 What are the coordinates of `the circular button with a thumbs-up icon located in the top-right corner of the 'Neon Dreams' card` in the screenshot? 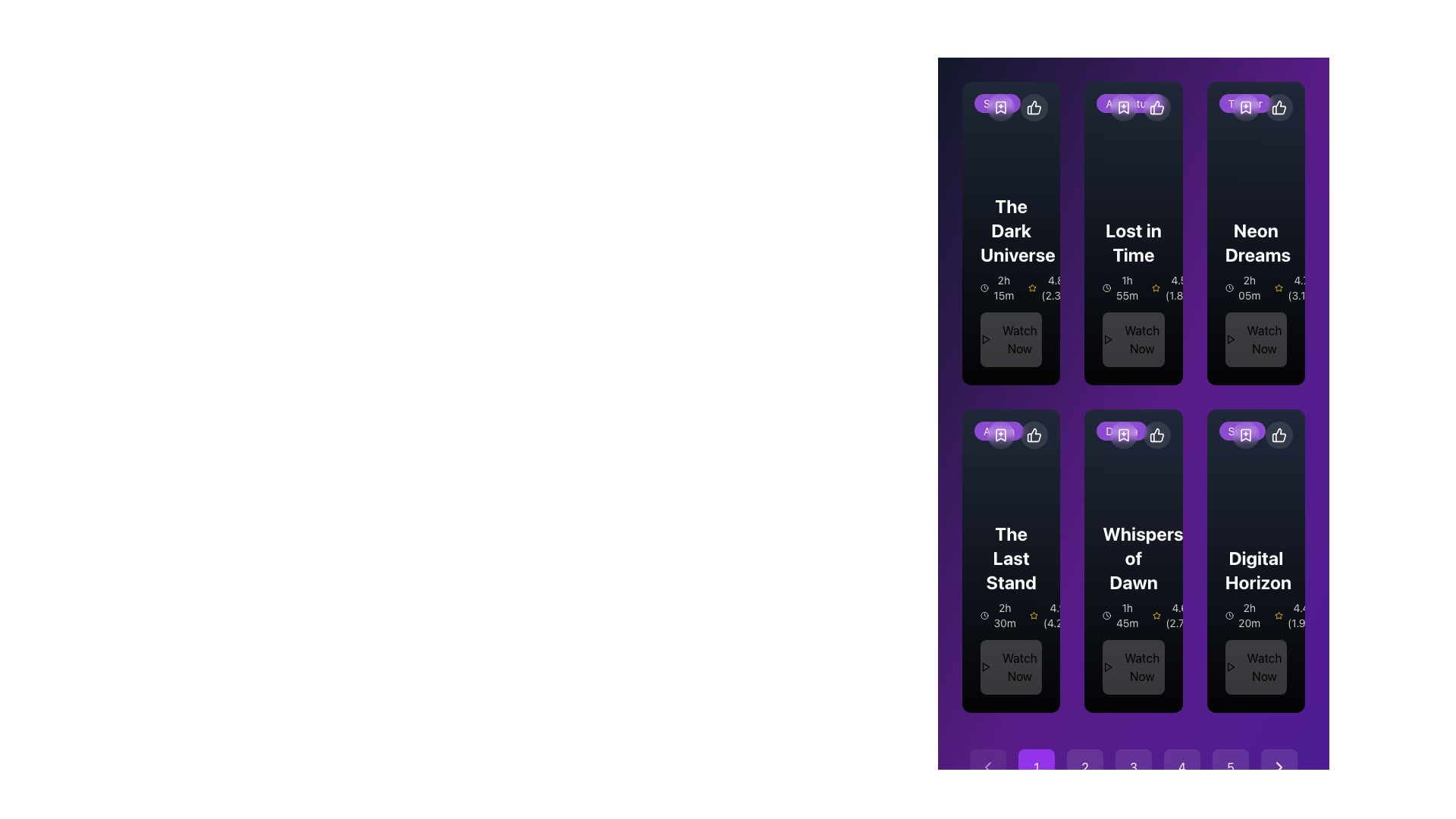 It's located at (1278, 107).